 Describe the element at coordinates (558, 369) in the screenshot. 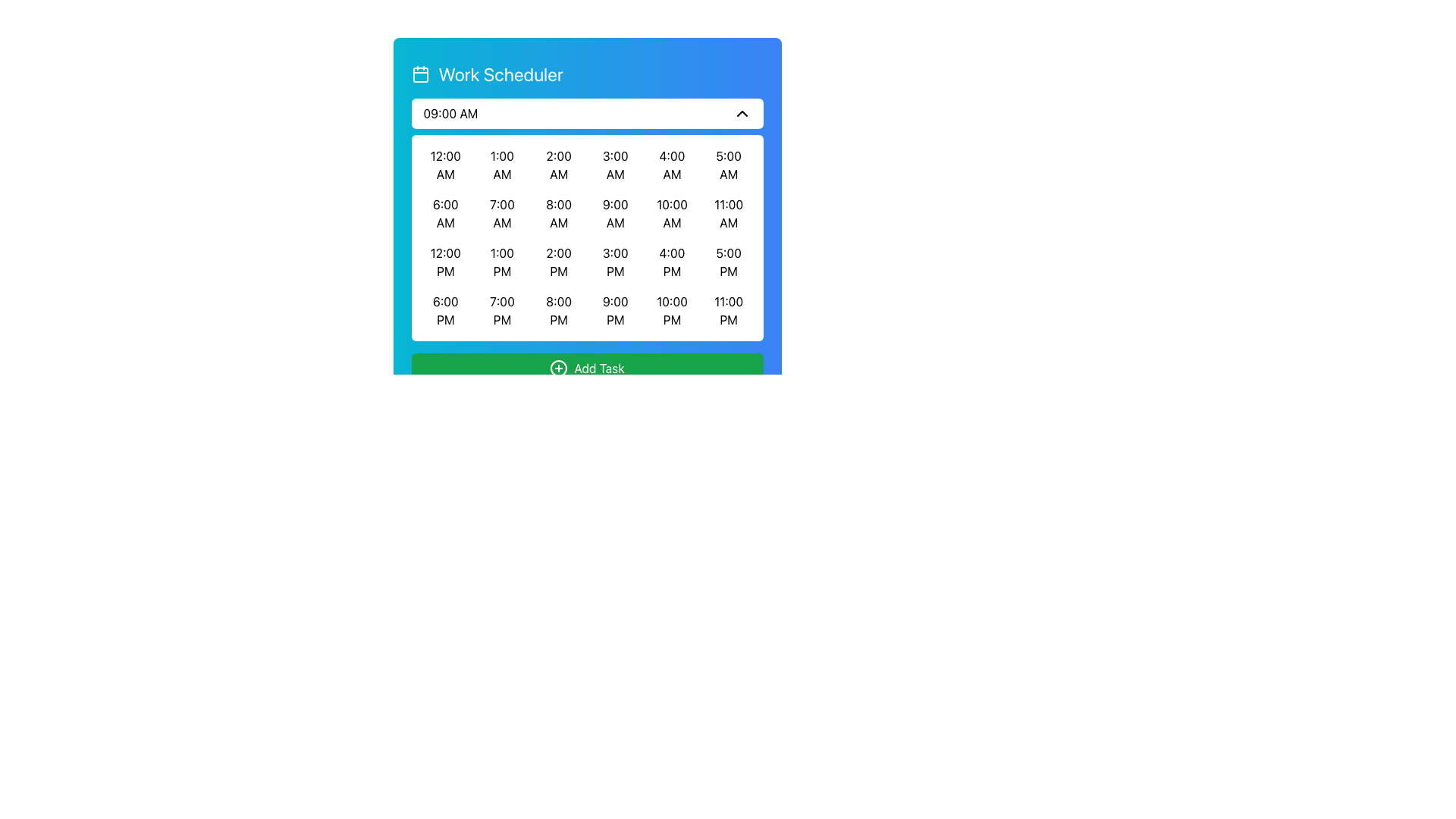

I see `the icon that visually represents the action of adding or creating a new task, located at the center-left of the 'Add Task' button` at that location.